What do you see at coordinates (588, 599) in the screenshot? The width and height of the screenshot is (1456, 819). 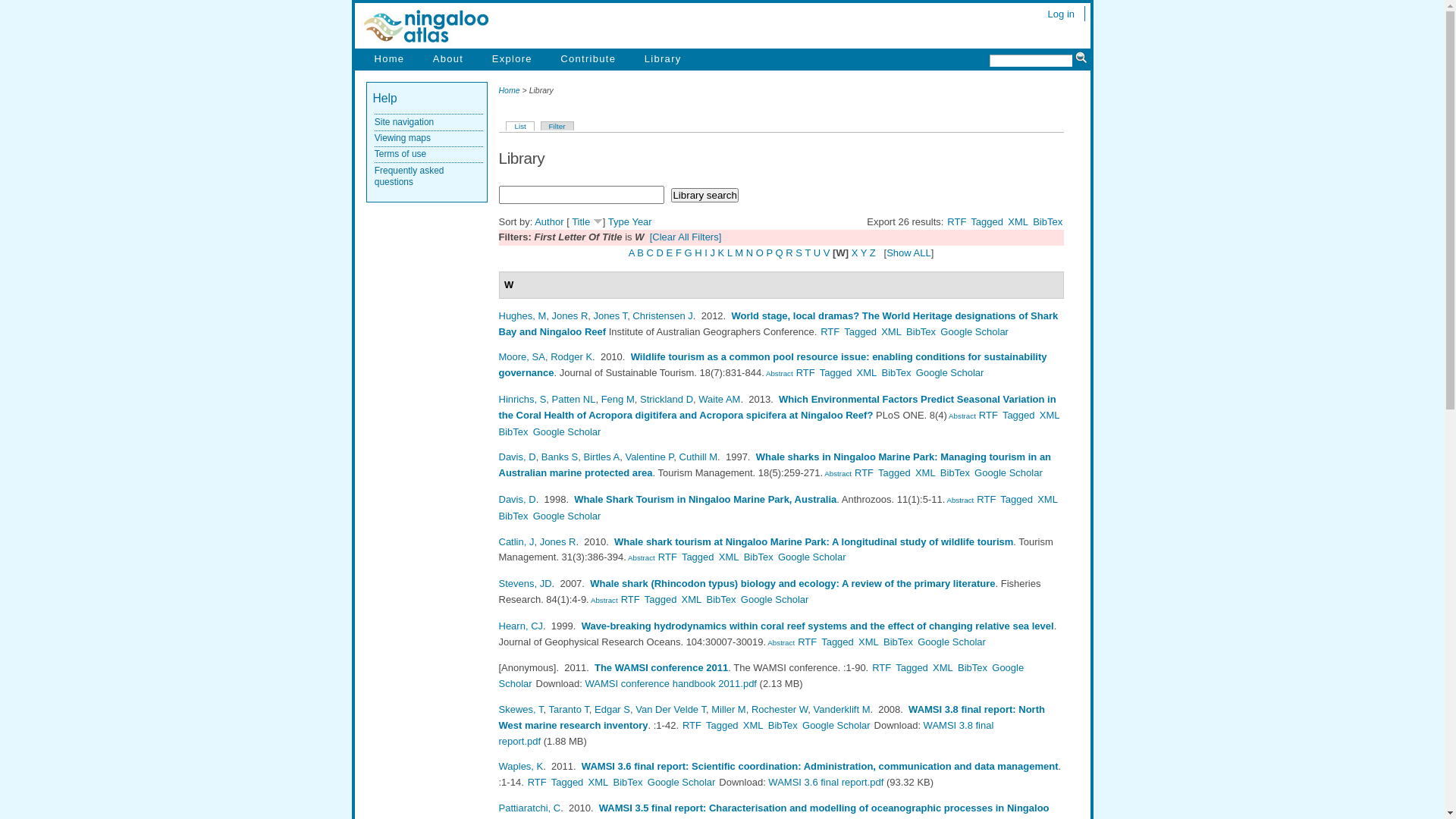 I see `'Abstract'` at bounding box center [588, 599].